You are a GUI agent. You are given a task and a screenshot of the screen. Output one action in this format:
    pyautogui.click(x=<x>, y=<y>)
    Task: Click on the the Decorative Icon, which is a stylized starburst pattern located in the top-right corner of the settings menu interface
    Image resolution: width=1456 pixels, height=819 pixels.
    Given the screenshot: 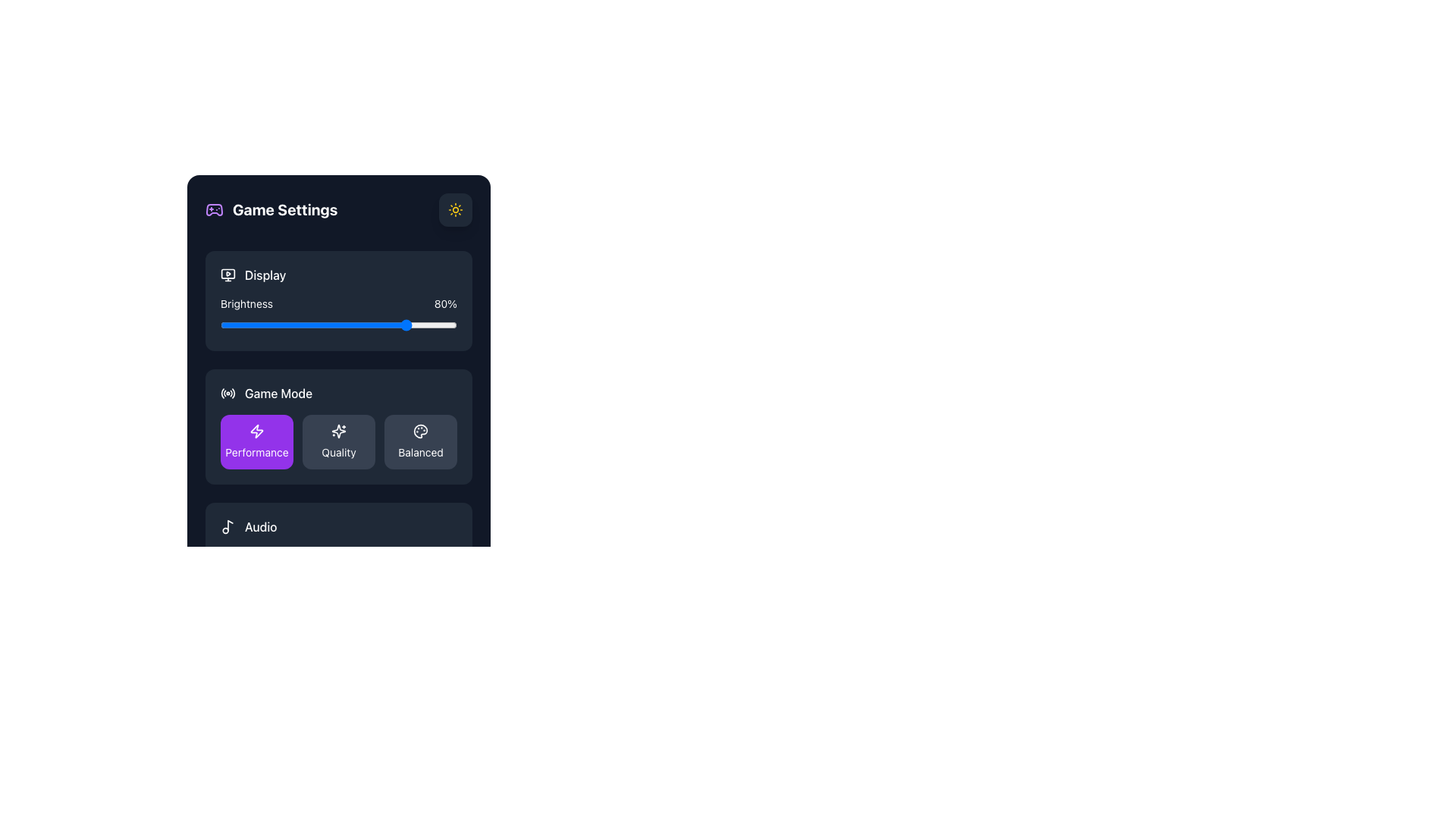 What is the action you would take?
    pyautogui.click(x=337, y=431)
    